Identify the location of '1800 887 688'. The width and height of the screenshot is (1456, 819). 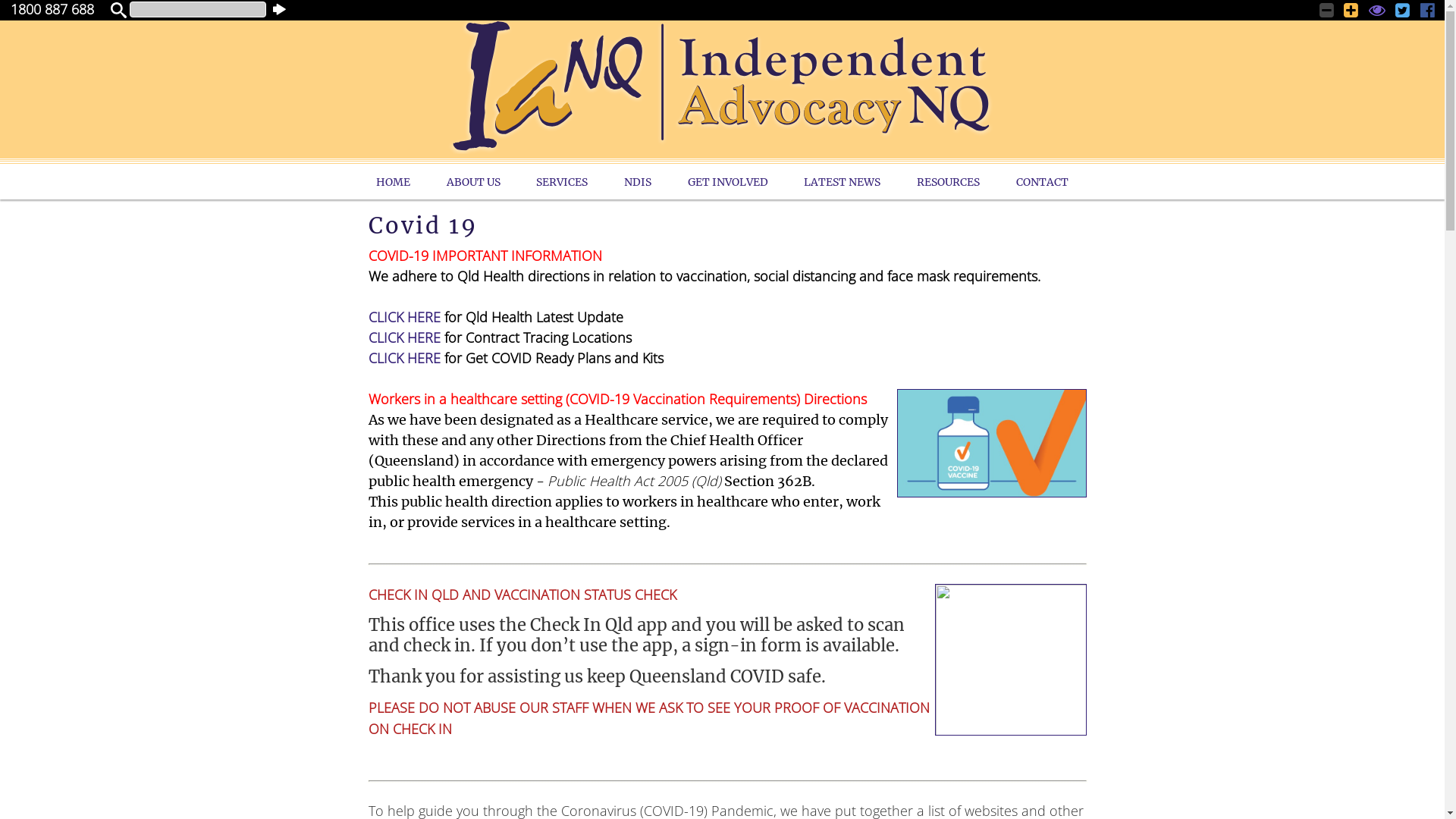
(52, 8).